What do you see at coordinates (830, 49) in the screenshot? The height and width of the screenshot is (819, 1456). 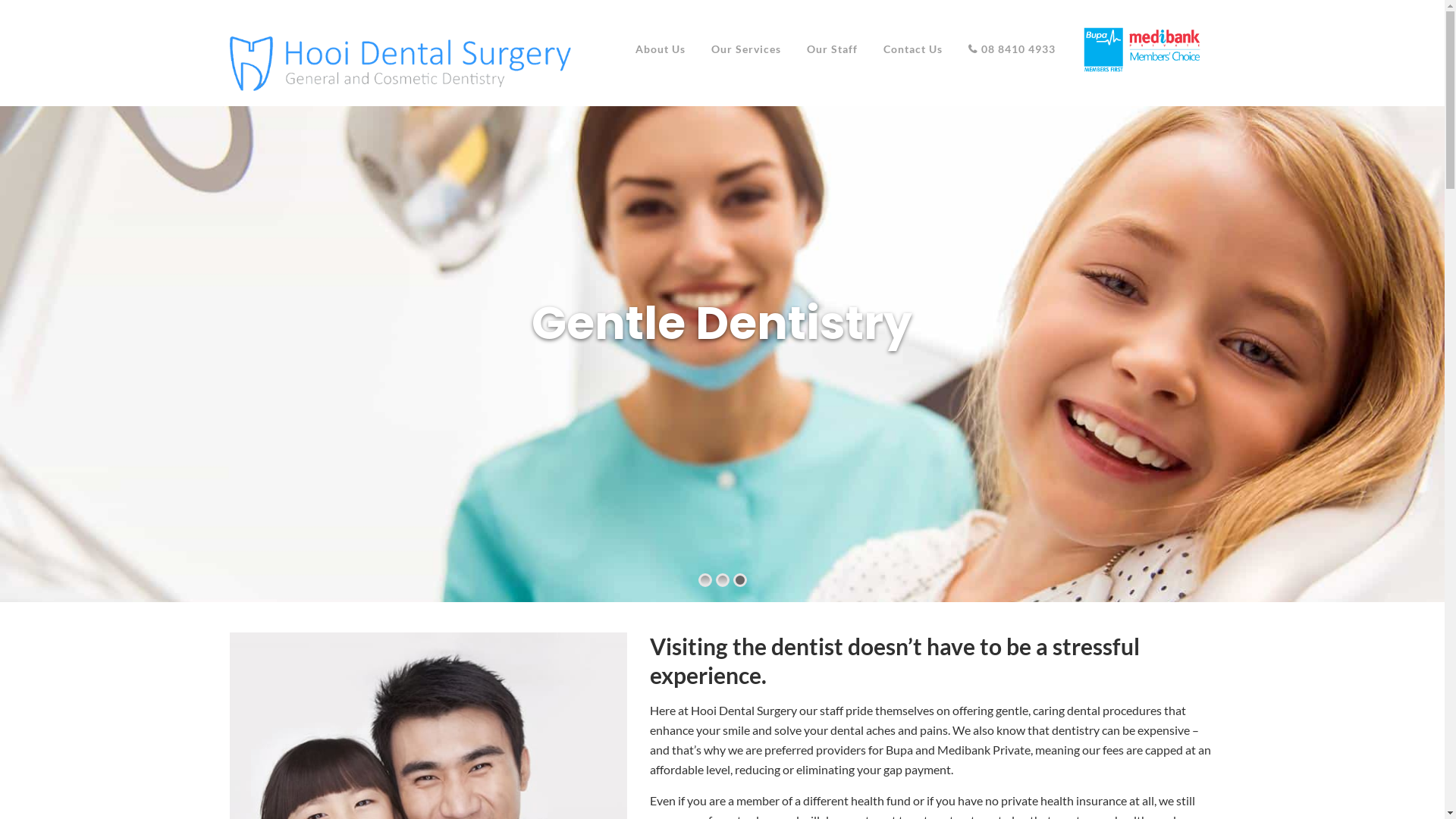 I see `'Our Staff'` at bounding box center [830, 49].